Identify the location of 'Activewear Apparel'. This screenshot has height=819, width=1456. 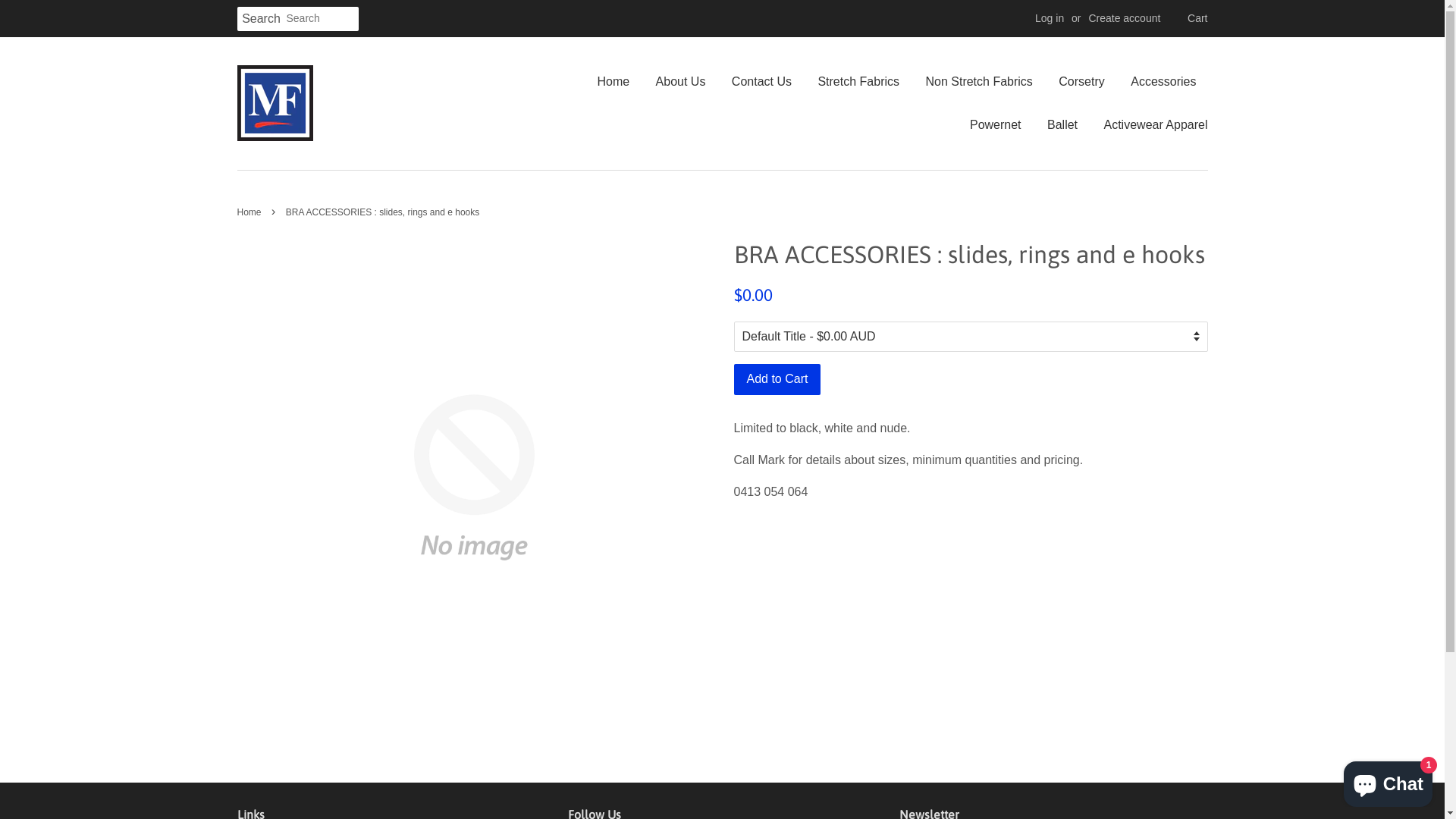
(1150, 124).